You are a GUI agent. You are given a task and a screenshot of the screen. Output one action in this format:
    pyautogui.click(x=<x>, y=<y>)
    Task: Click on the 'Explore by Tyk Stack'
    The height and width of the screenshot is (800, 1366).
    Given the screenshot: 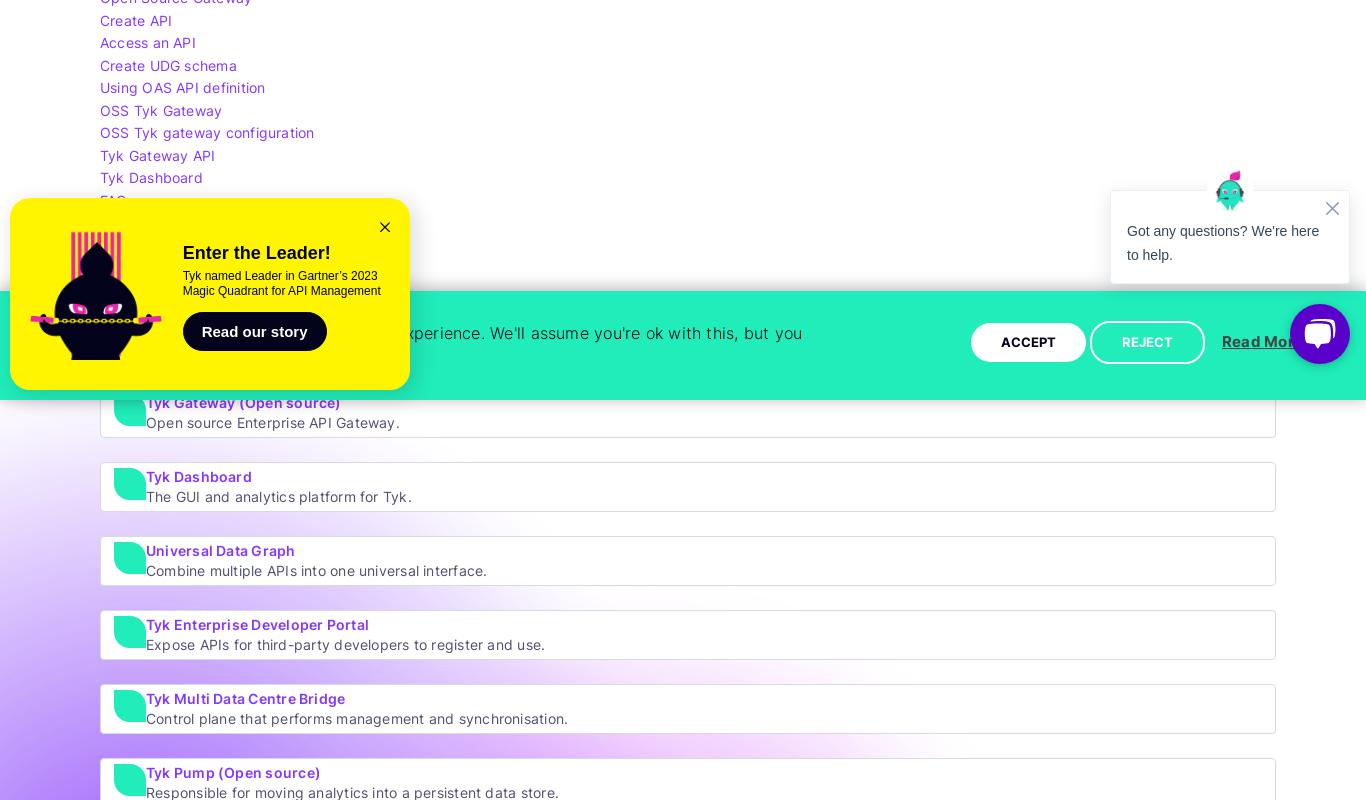 What is the action you would take?
    pyautogui.click(x=99, y=332)
    